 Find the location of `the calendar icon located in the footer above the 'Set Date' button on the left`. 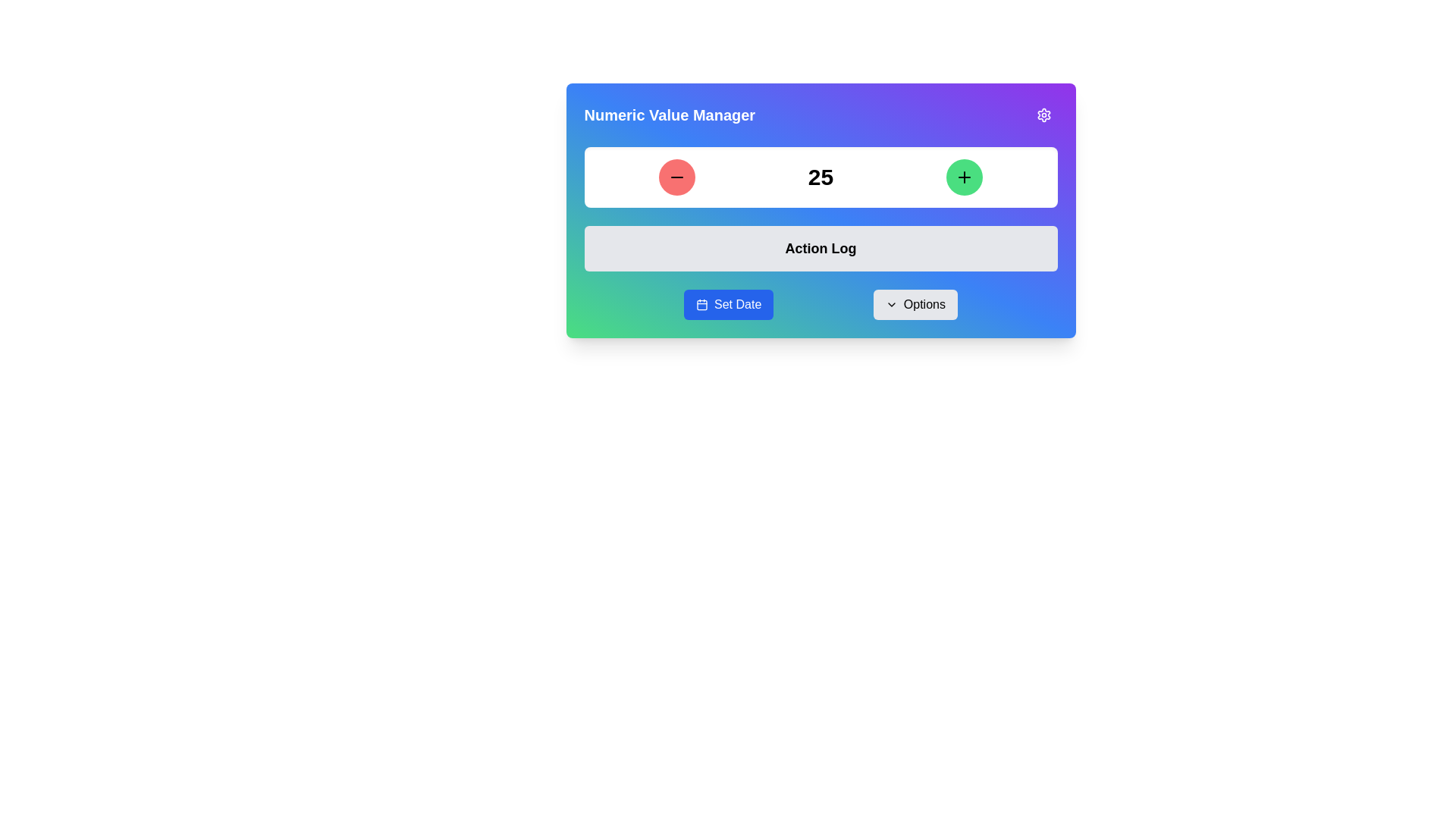

the calendar icon located in the footer above the 'Set Date' button on the left is located at coordinates (701, 305).